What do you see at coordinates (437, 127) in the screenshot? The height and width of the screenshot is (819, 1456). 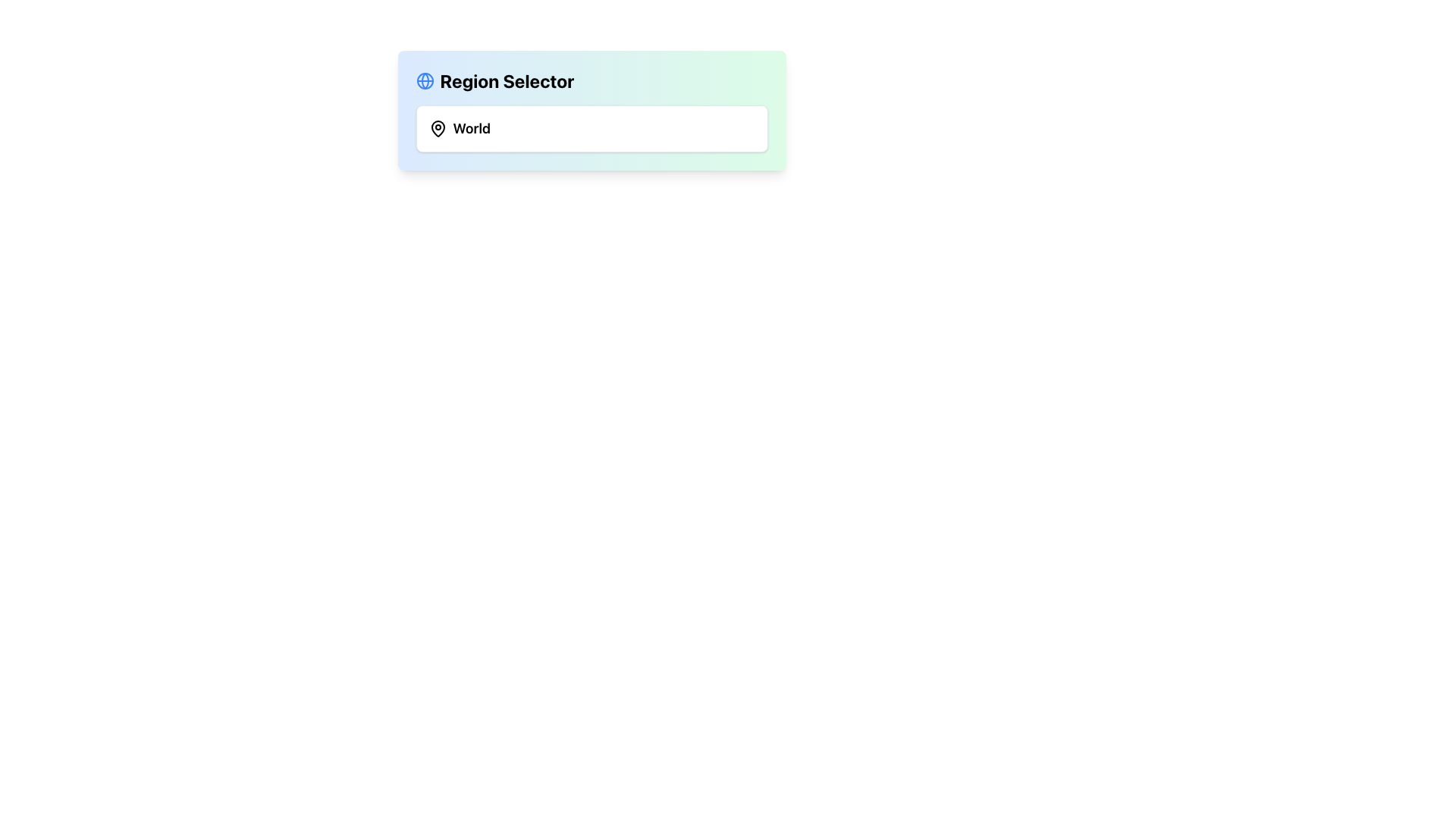 I see `the pin-like icon, which is styled in an outlined design and positioned to the left of the text 'World' within the 'Region Selector' card` at bounding box center [437, 127].